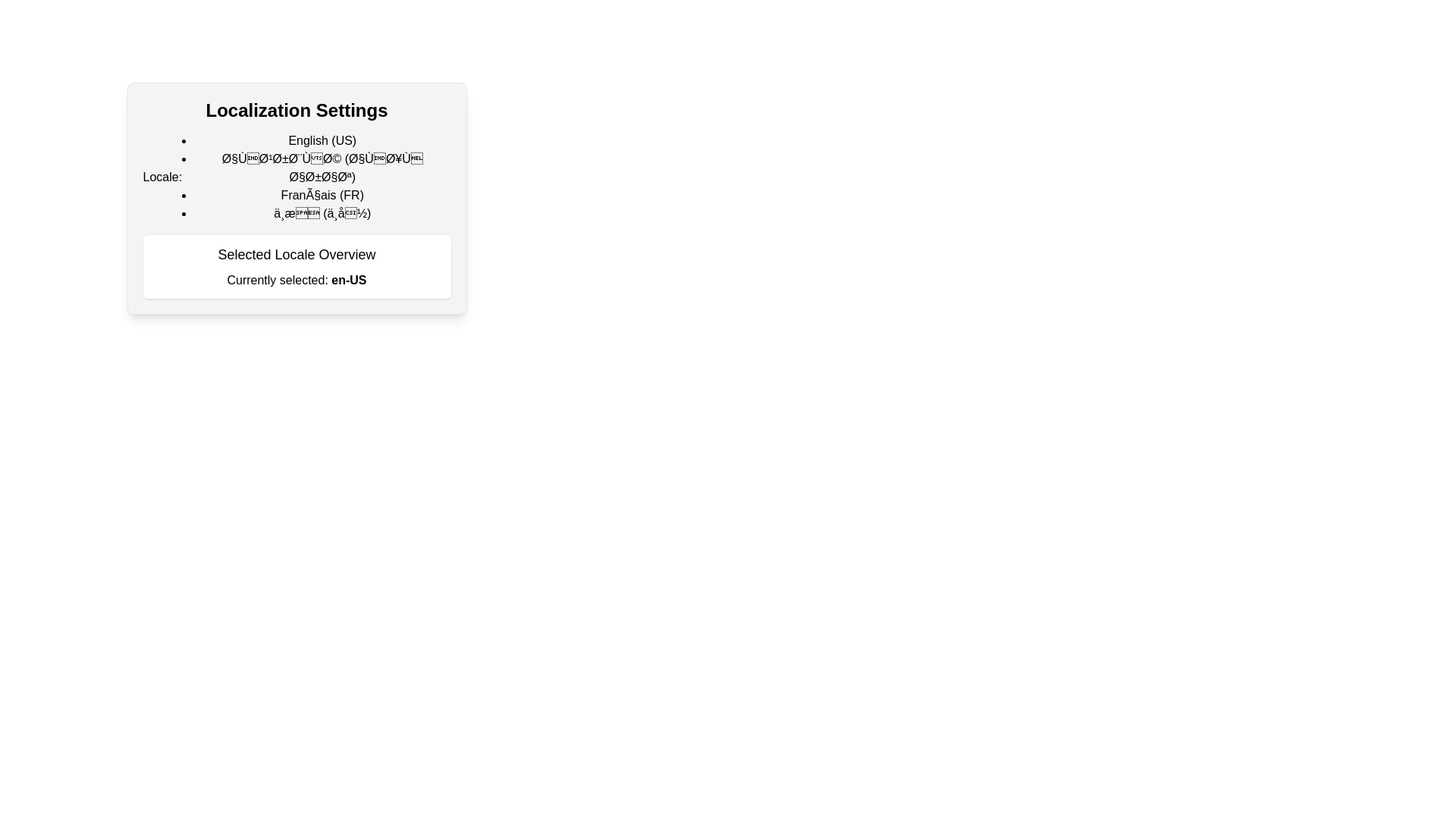 This screenshot has width=1456, height=819. I want to click on text content of the list element displaying languages located below the 'Locale:' title within the 'Localization Settings' card, so click(297, 177).